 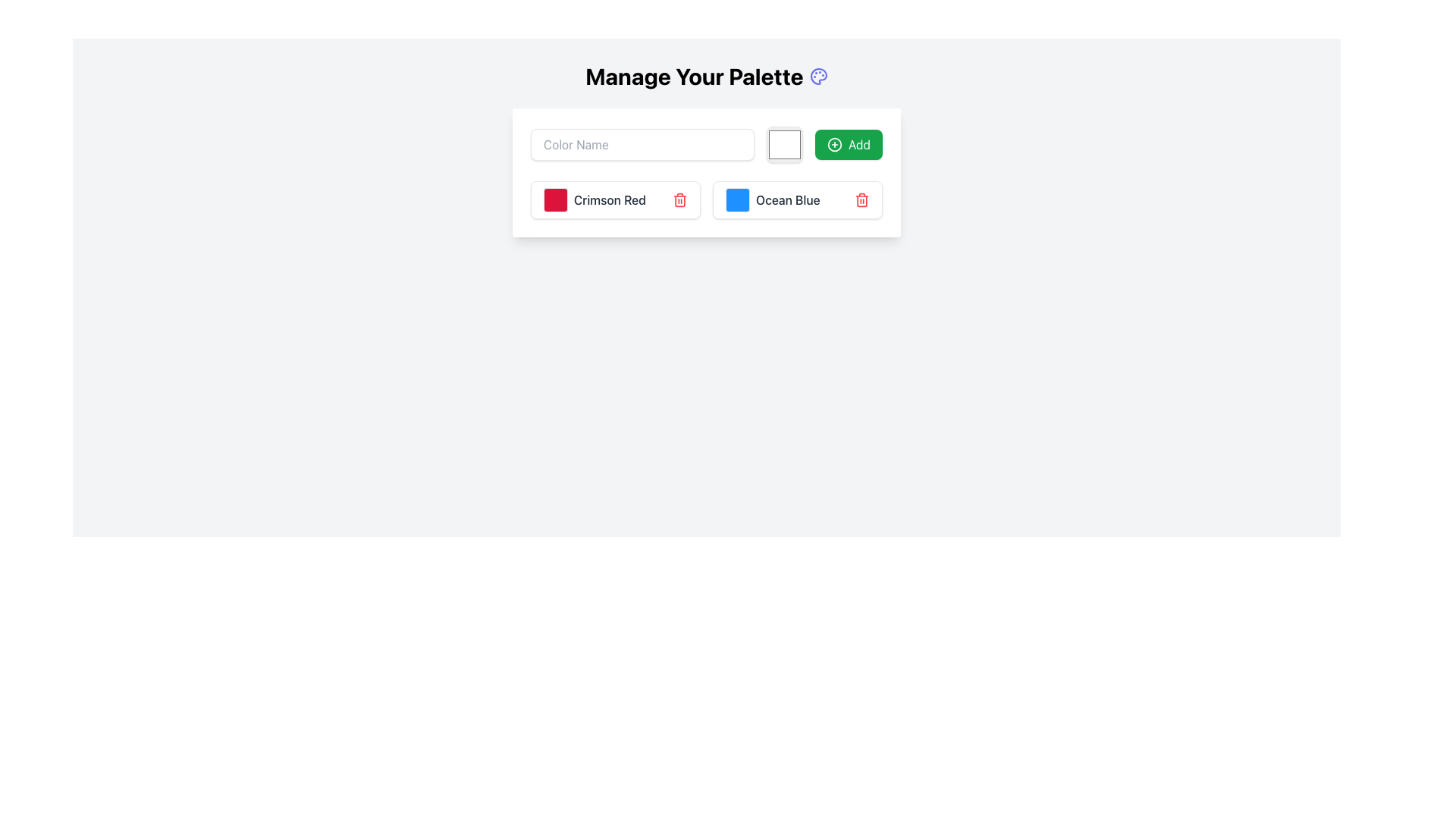 What do you see at coordinates (788, 199) in the screenshot?
I see `the color associated with the text label 'Ocean Blue' by clicking on it in the color list section of the 'Manage Your Palette' interface` at bounding box center [788, 199].